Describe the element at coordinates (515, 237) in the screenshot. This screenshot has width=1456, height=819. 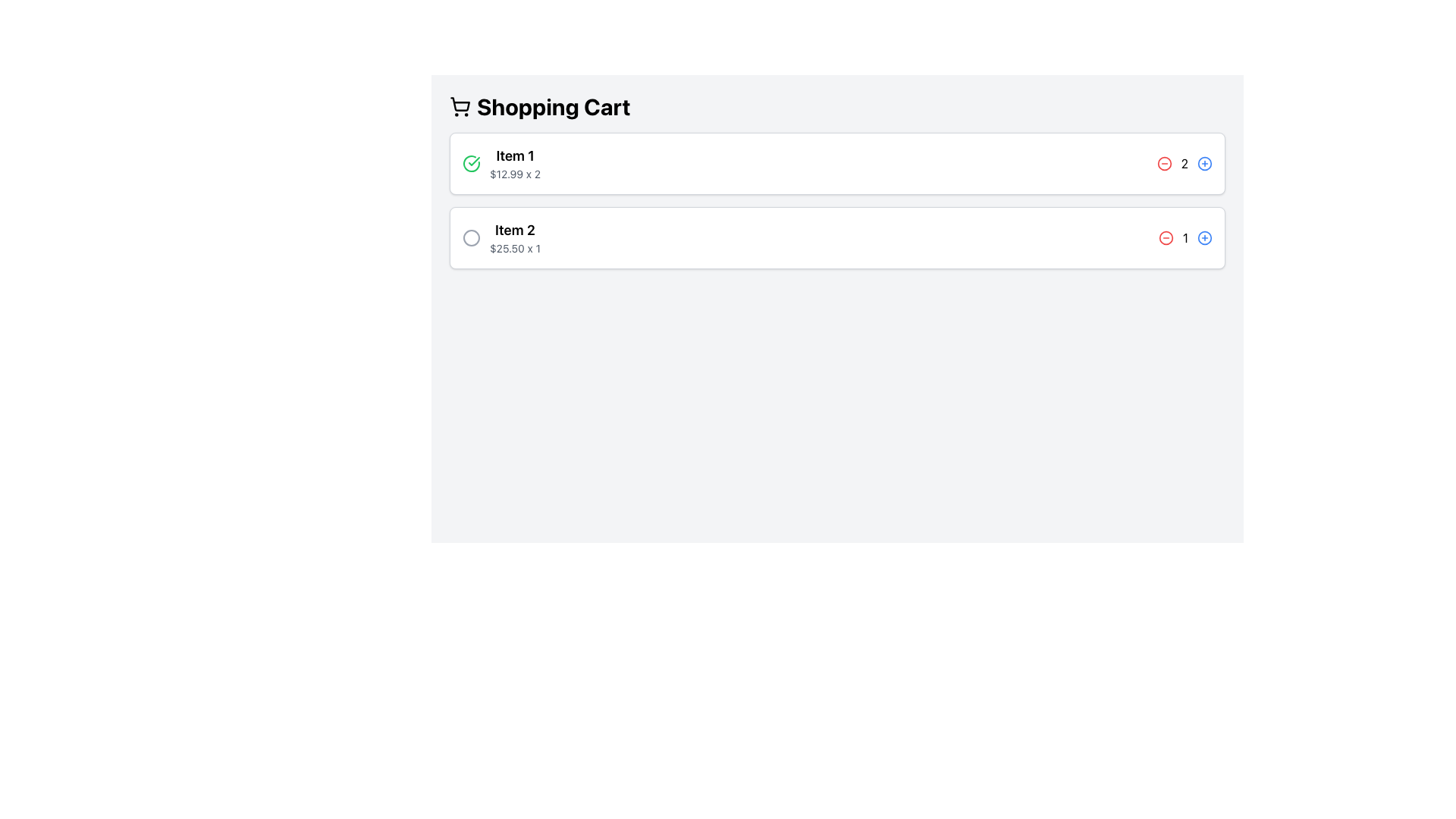
I see `the second text block in the shopping cart interface that provides information about an item, including its name and price` at that location.